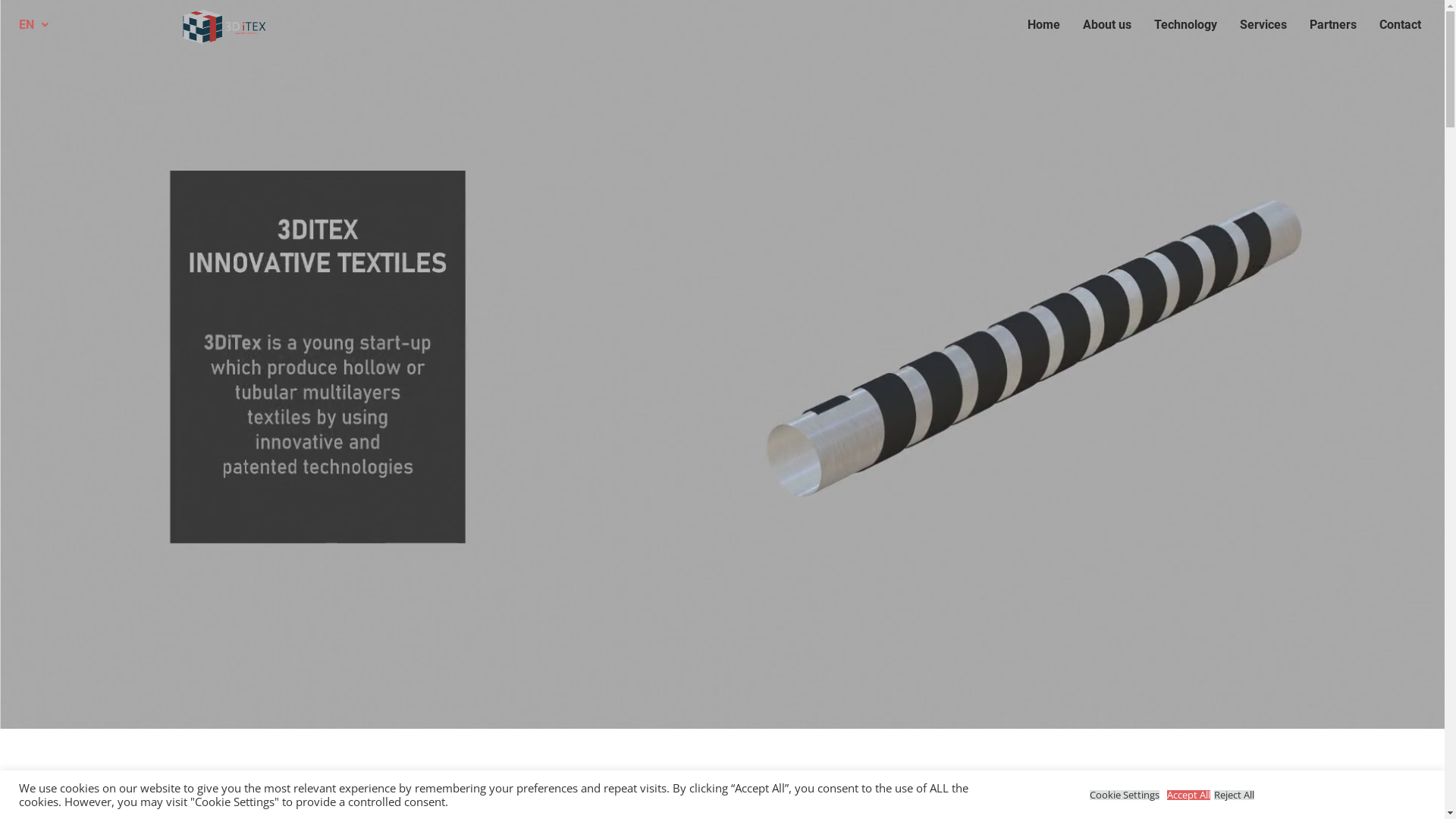 This screenshot has height=819, width=1456. What do you see at coordinates (1332, 25) in the screenshot?
I see `'Partners'` at bounding box center [1332, 25].